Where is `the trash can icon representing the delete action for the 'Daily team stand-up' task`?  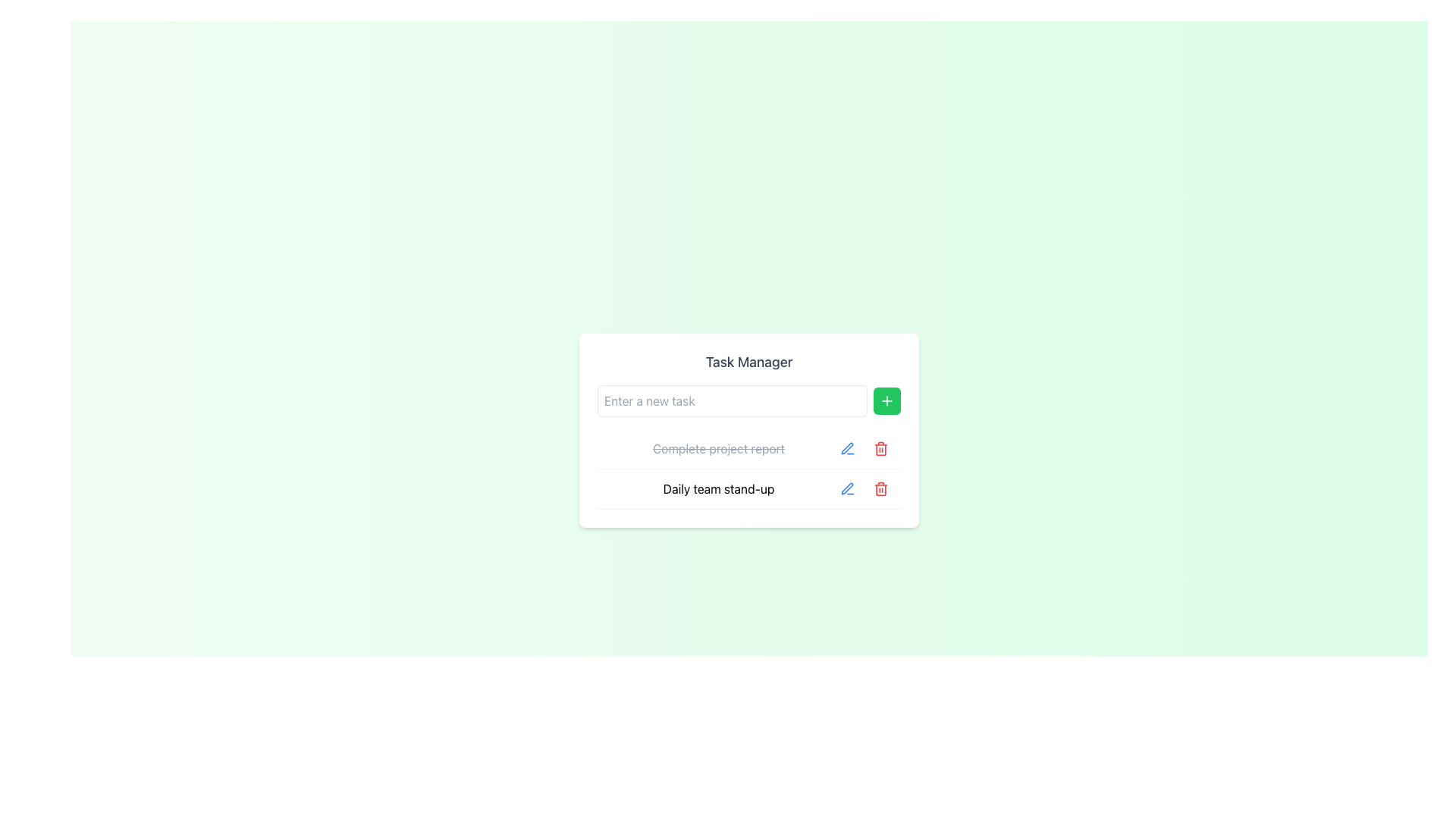 the trash can icon representing the delete action for the 'Daily team stand-up' task is located at coordinates (880, 489).